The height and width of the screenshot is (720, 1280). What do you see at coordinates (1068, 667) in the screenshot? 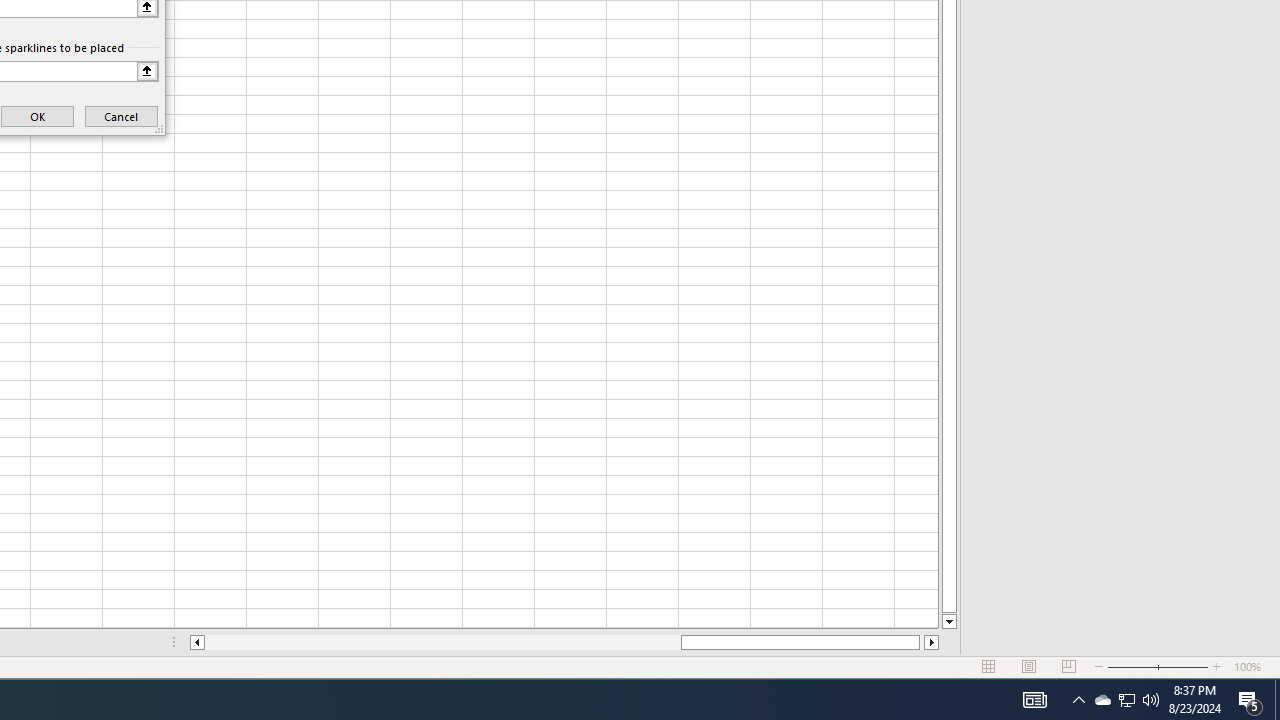
I see `'Page Break Preview'` at bounding box center [1068, 667].